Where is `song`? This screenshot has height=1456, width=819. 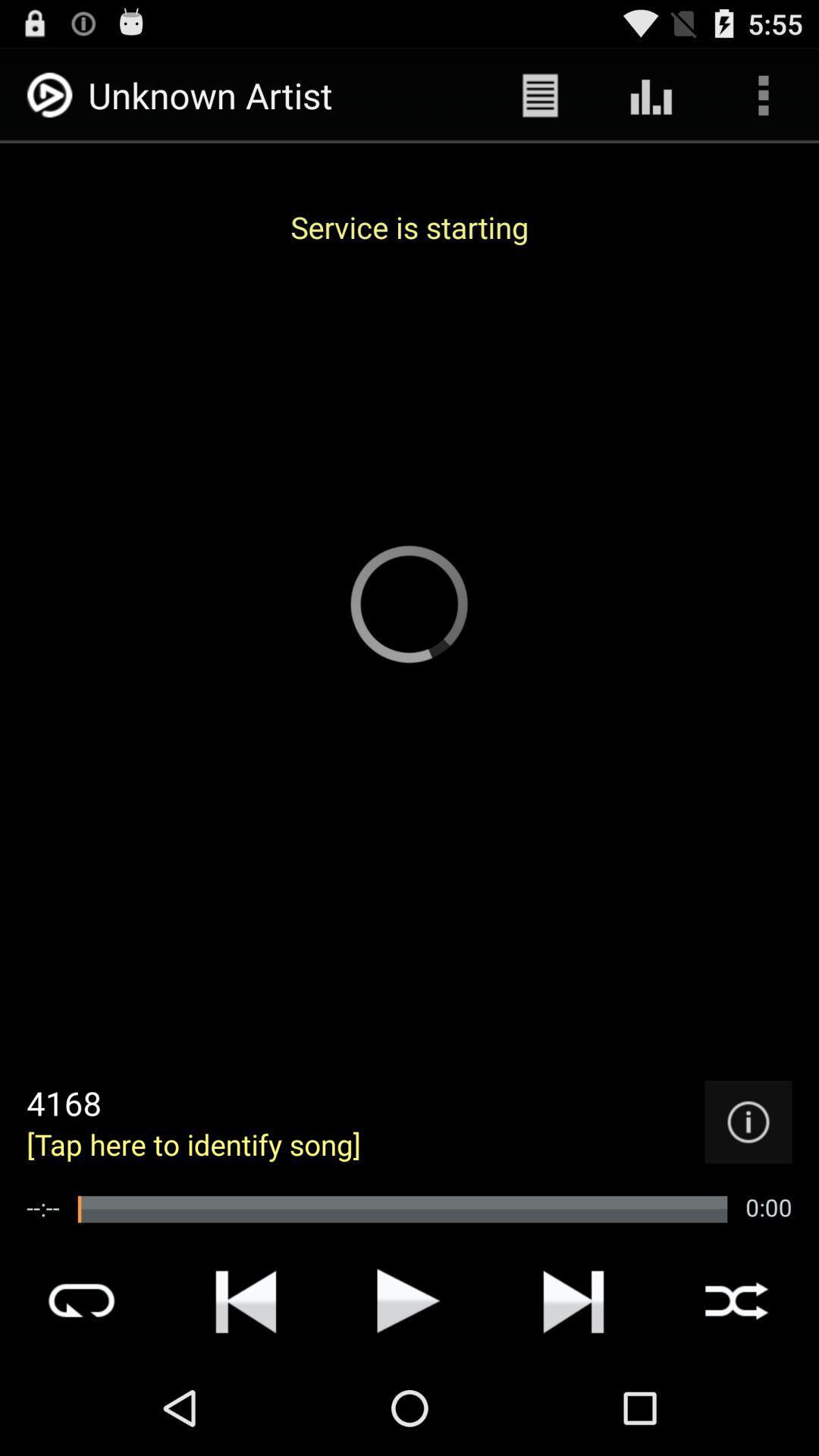 song is located at coordinates (408, 1300).